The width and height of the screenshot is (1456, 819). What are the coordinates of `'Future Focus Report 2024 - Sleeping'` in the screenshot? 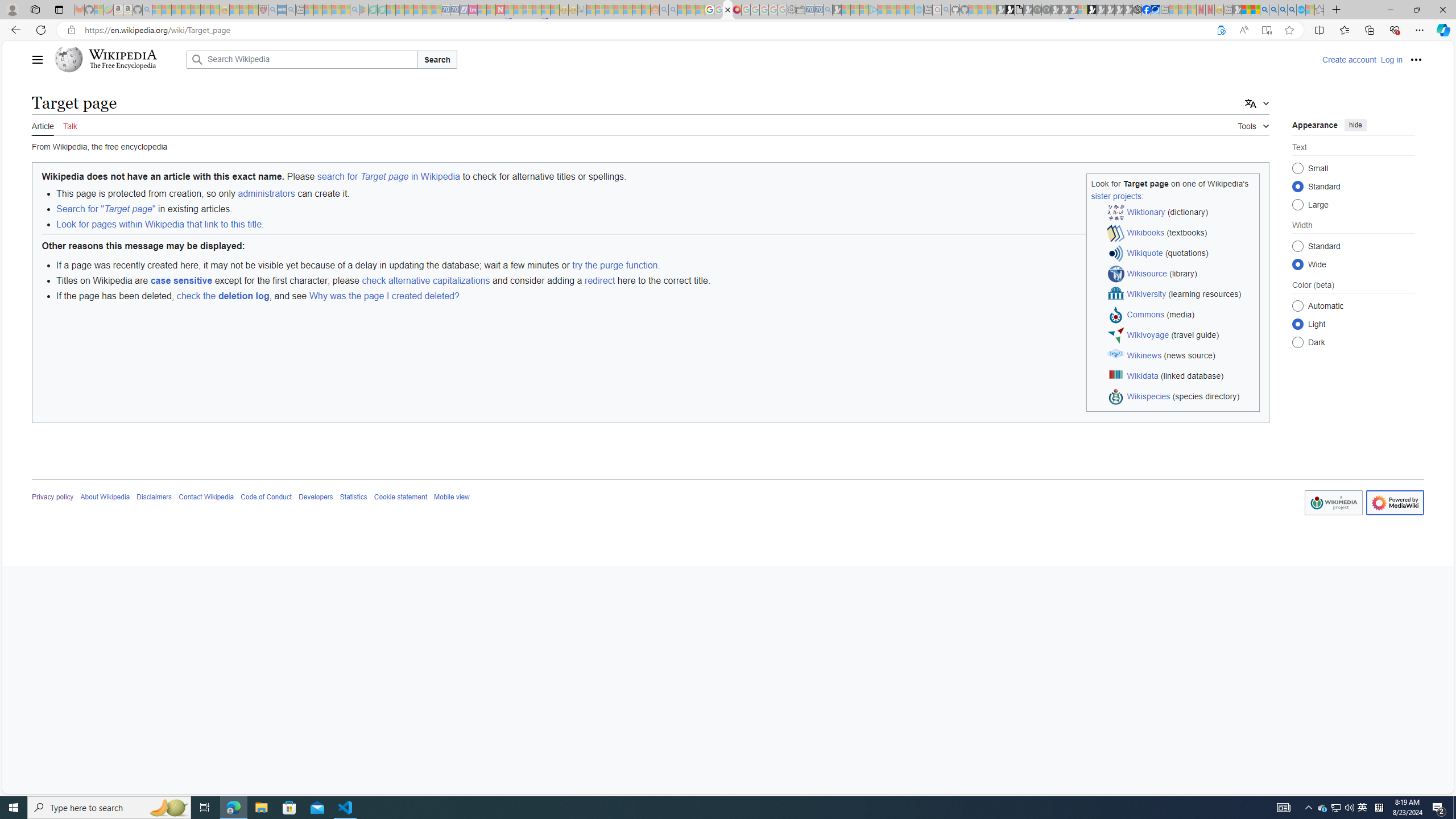 It's located at (1045, 9).